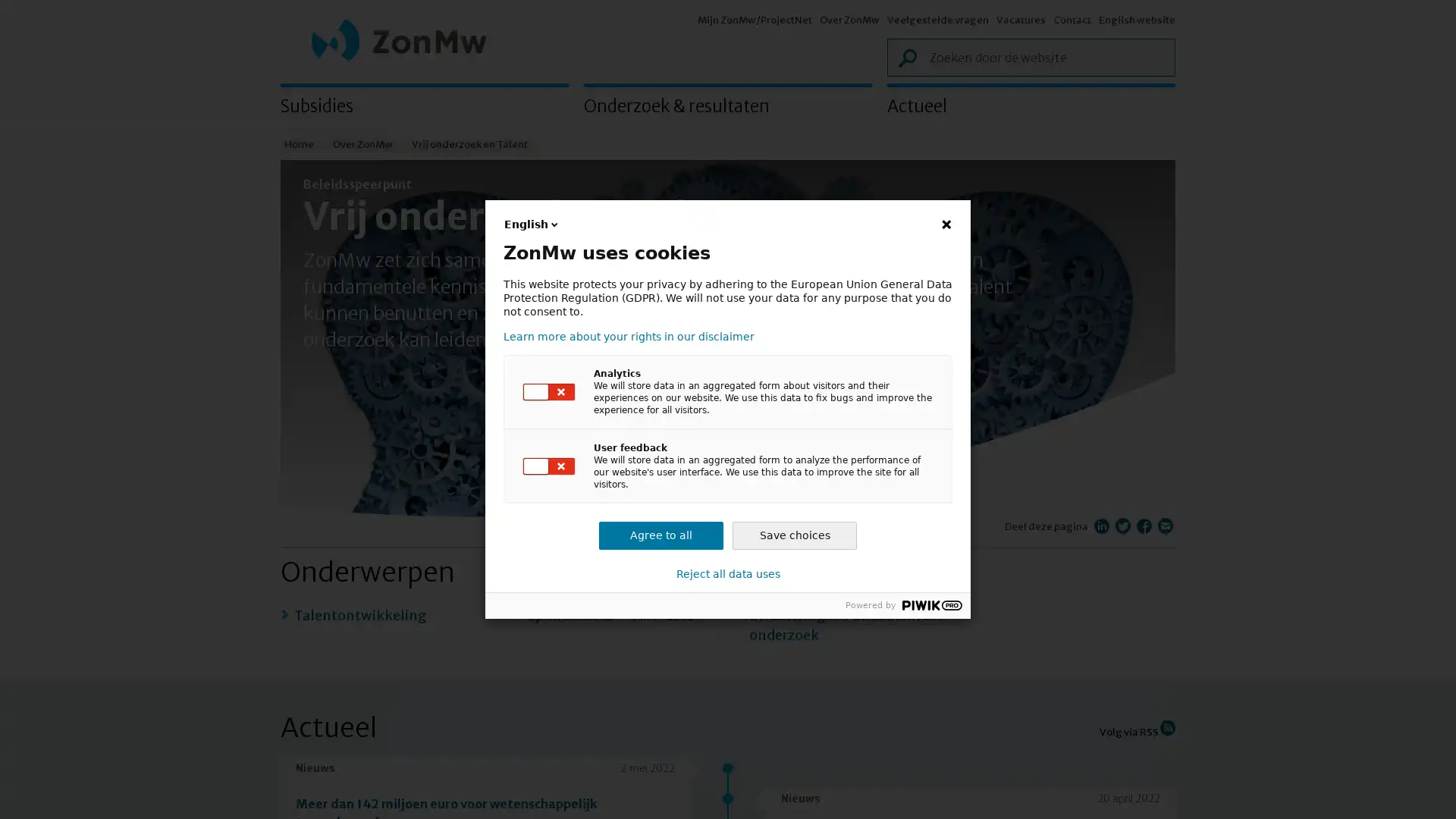 The height and width of the screenshot is (819, 1456). What do you see at coordinates (726, 573) in the screenshot?
I see `Reject all data uses` at bounding box center [726, 573].